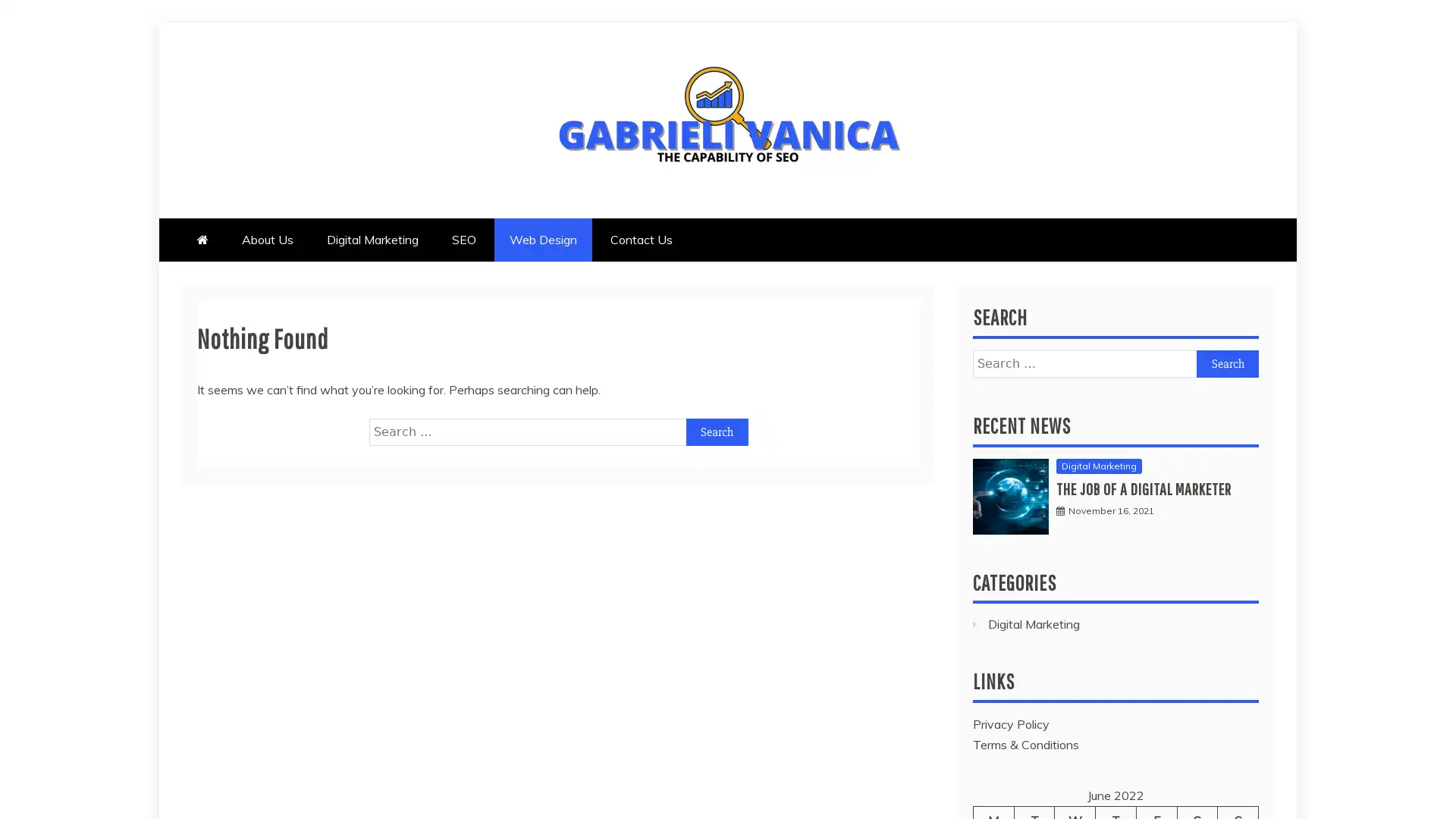 The width and height of the screenshot is (1456, 819). What do you see at coordinates (716, 431) in the screenshot?
I see `Search` at bounding box center [716, 431].